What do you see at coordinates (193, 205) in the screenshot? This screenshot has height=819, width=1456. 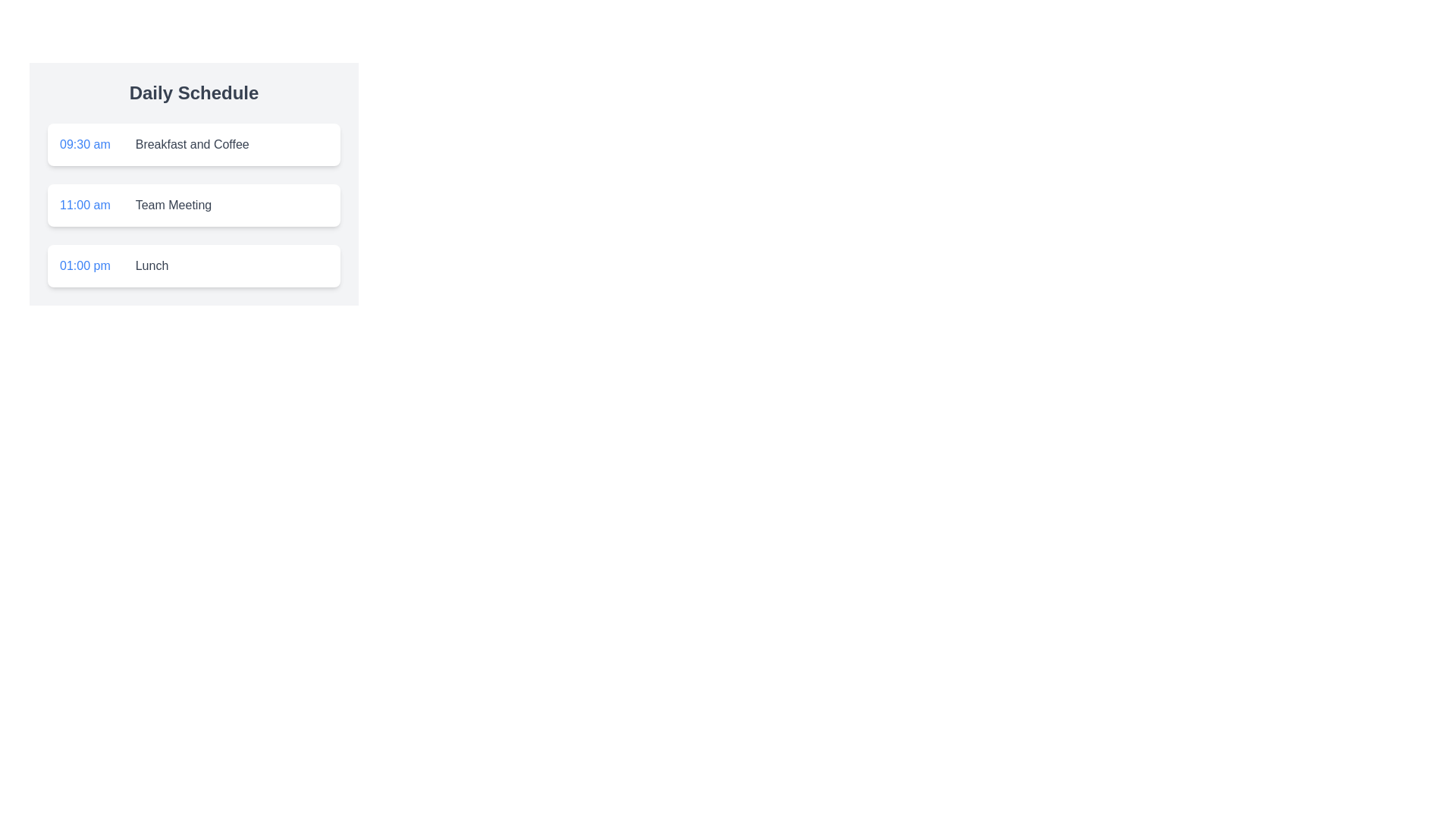 I see `the 'Team Meeting' Schedule card located in the daily timeline, positioned between '09:30 am Breakfast and Coffee' and '01:00 pm Lunch'` at bounding box center [193, 205].